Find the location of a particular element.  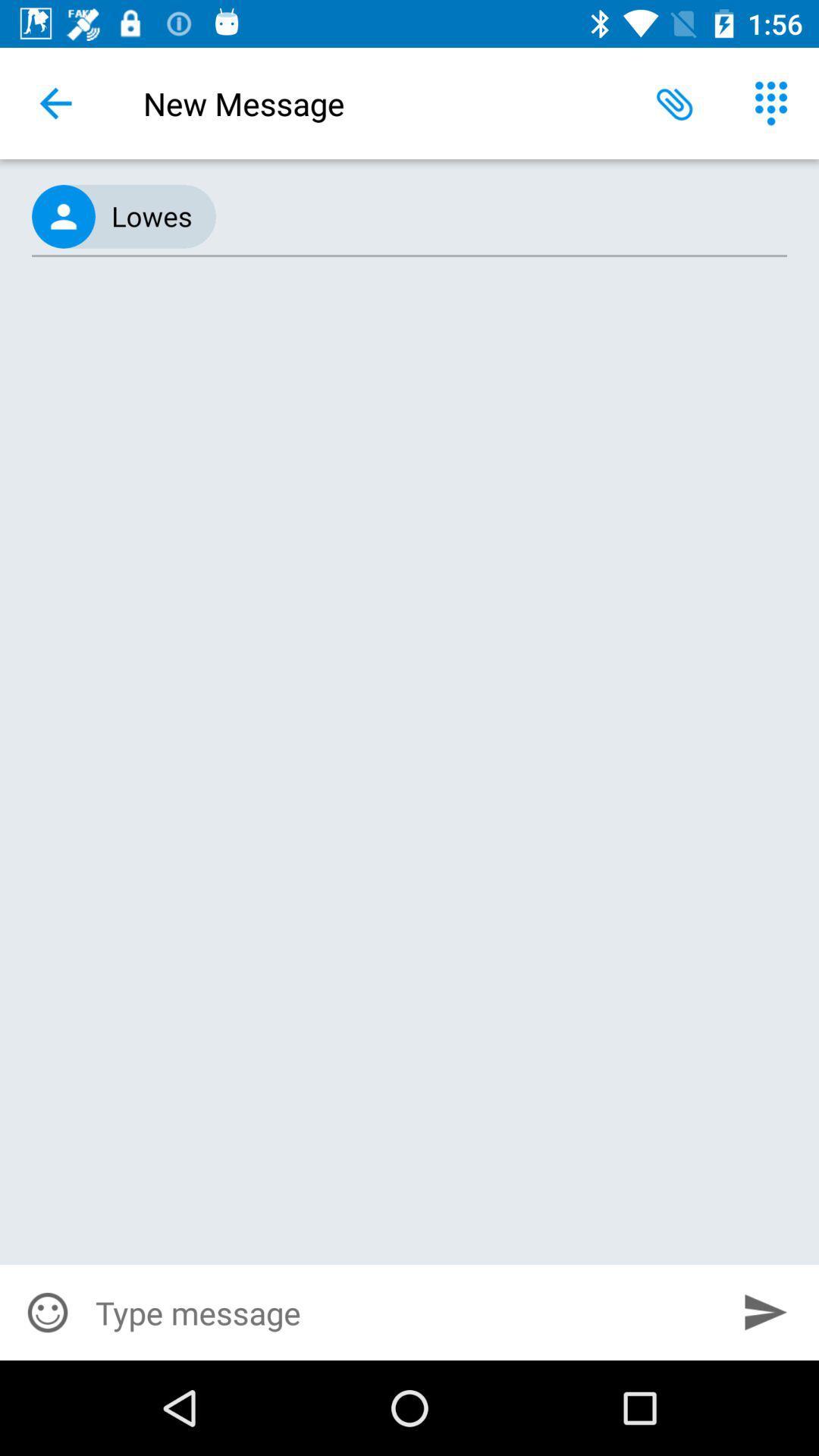

shows message type area is located at coordinates (403, 1312).